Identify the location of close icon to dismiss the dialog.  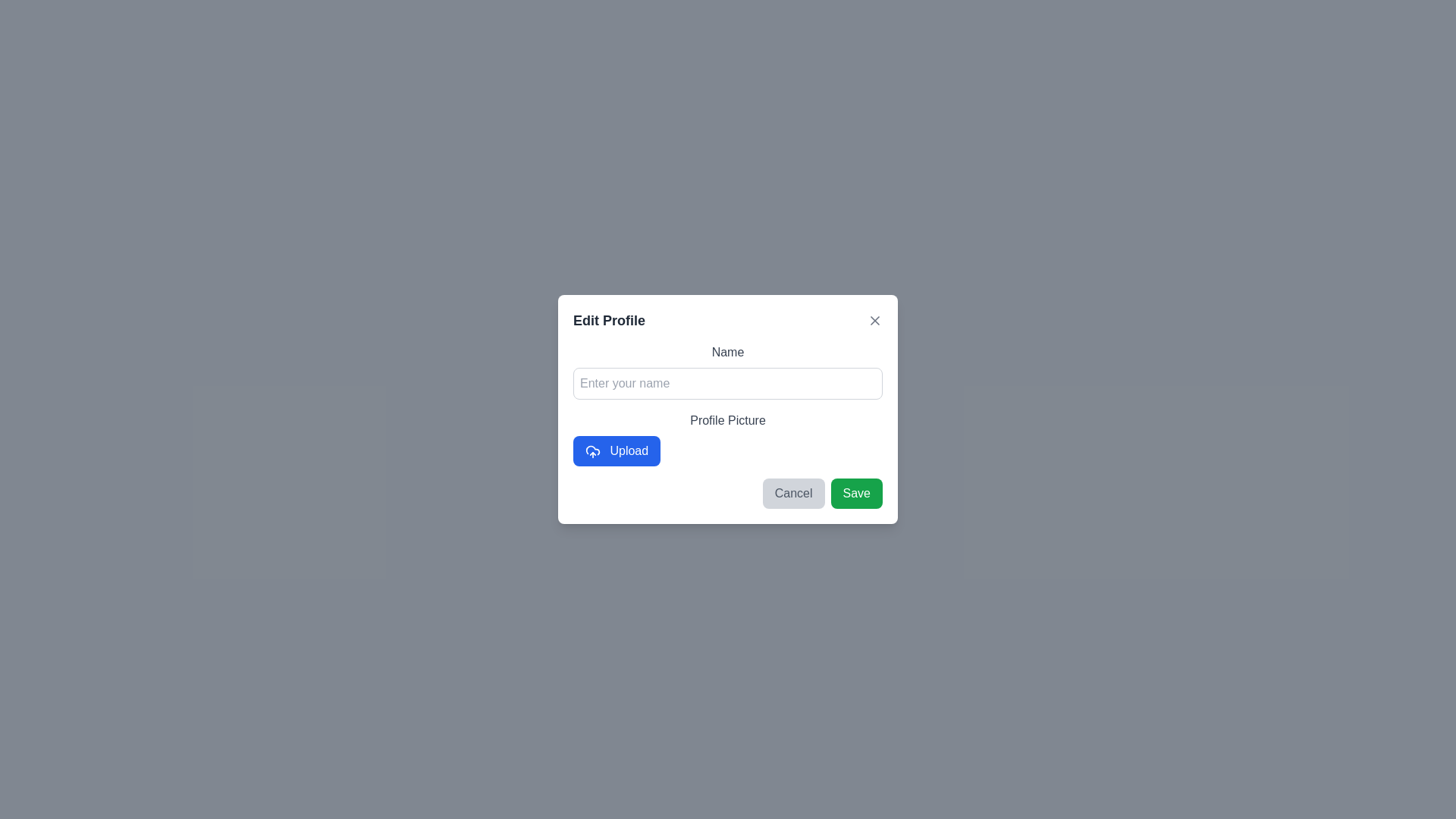
(874, 320).